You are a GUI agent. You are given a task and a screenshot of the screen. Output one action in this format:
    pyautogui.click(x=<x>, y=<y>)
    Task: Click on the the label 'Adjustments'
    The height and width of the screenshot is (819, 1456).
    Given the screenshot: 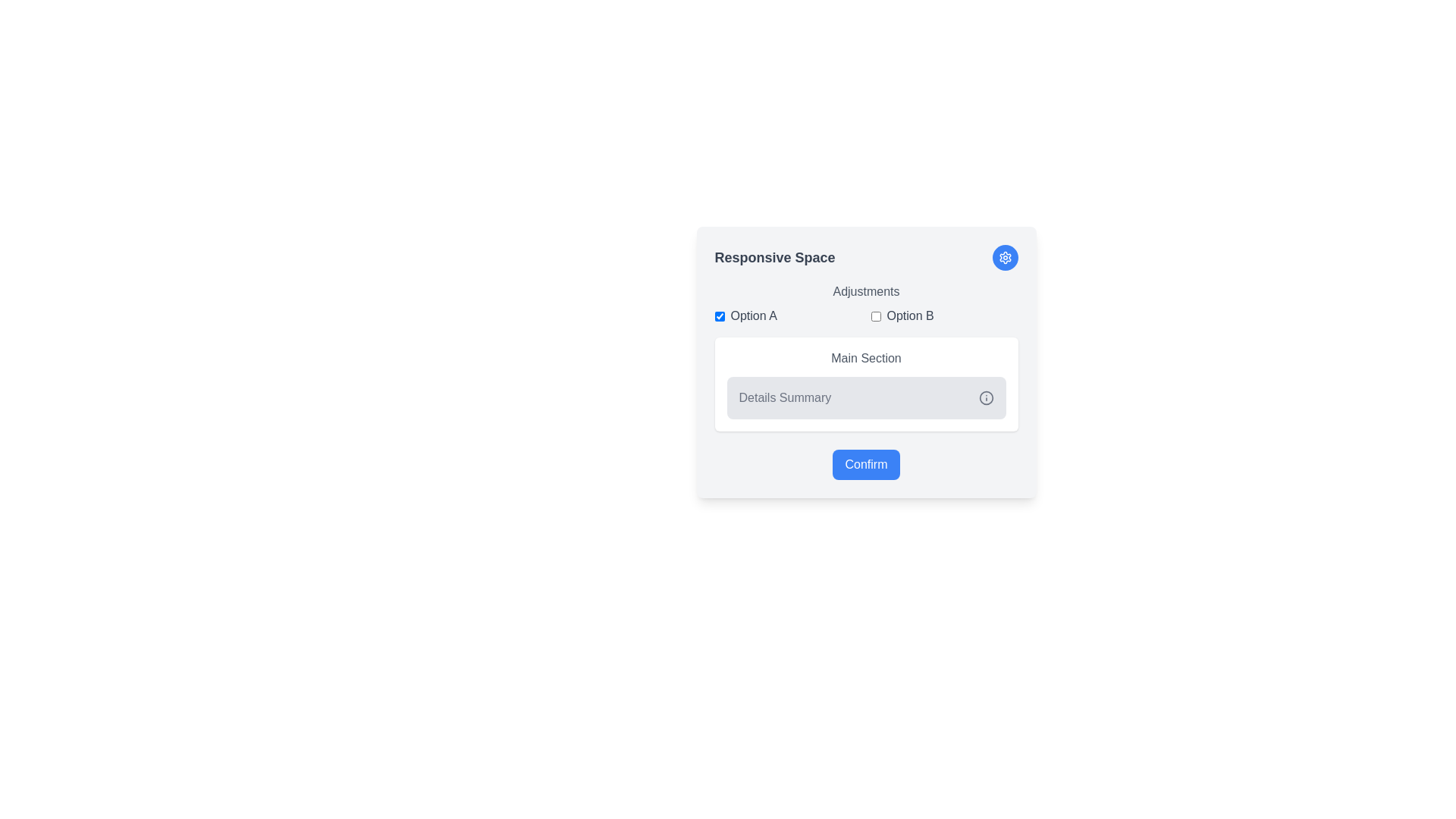 What is the action you would take?
    pyautogui.click(x=866, y=304)
    